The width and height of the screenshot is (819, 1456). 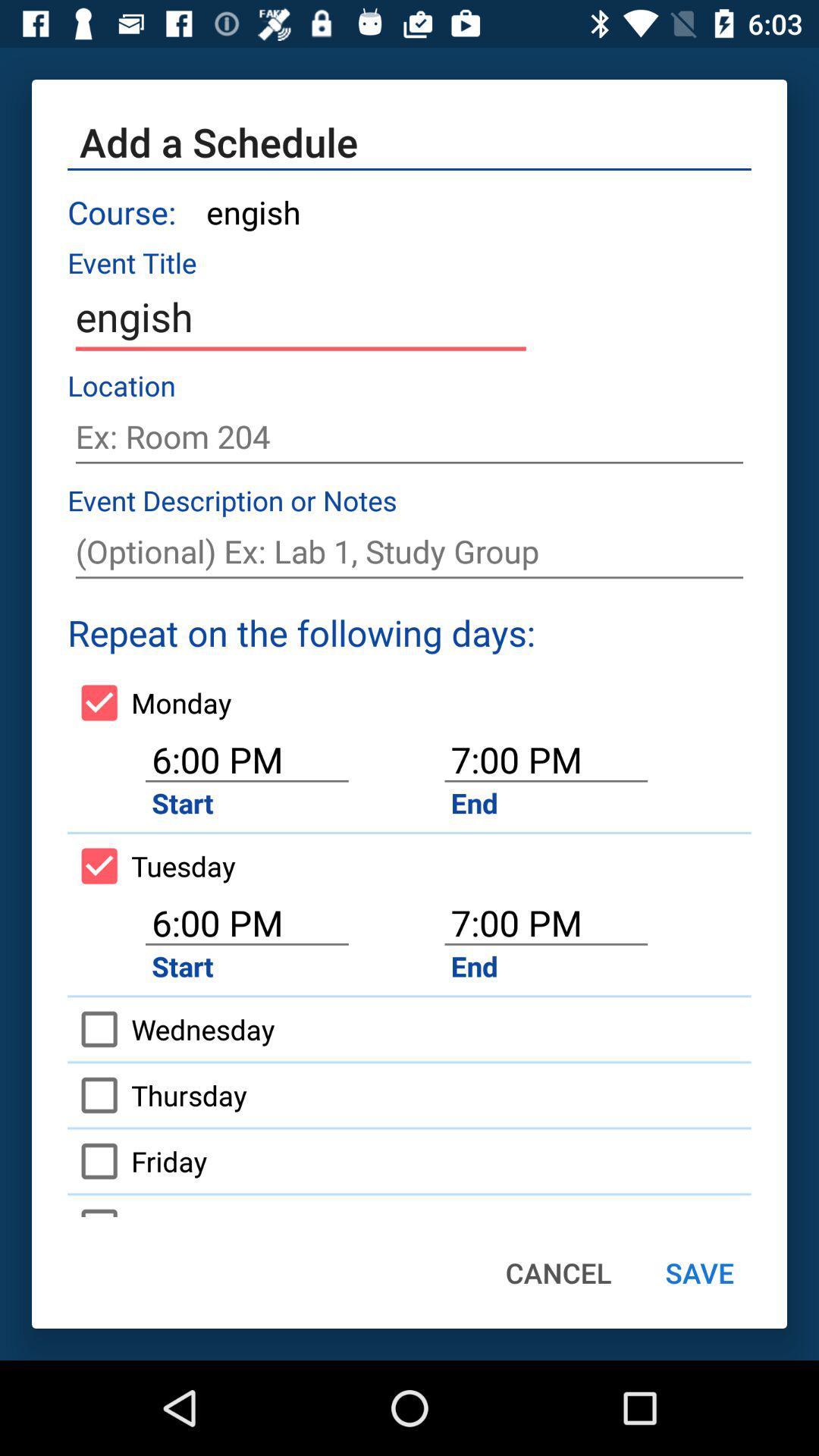 I want to click on the icon next to the end, so click(x=171, y=1029).